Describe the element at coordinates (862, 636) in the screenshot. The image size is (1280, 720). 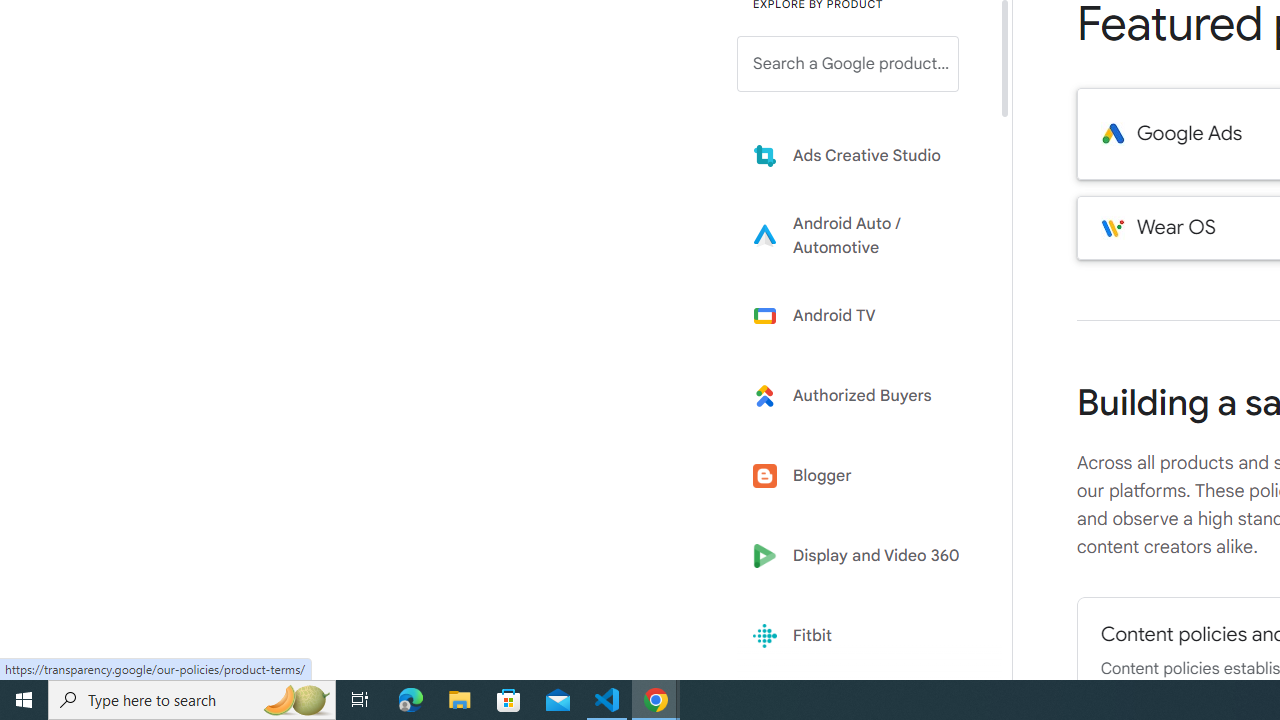
I see `'Fitbit'` at that location.